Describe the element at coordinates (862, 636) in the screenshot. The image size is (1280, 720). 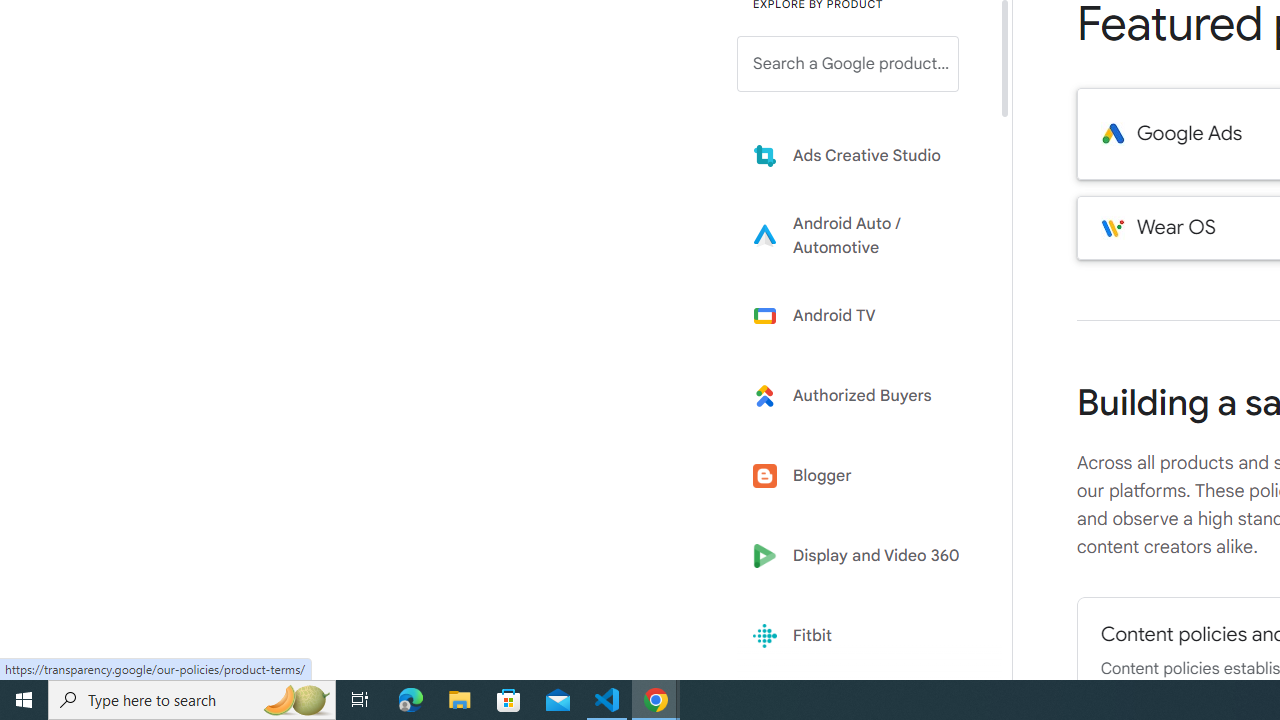
I see `'Fitbit'` at that location.